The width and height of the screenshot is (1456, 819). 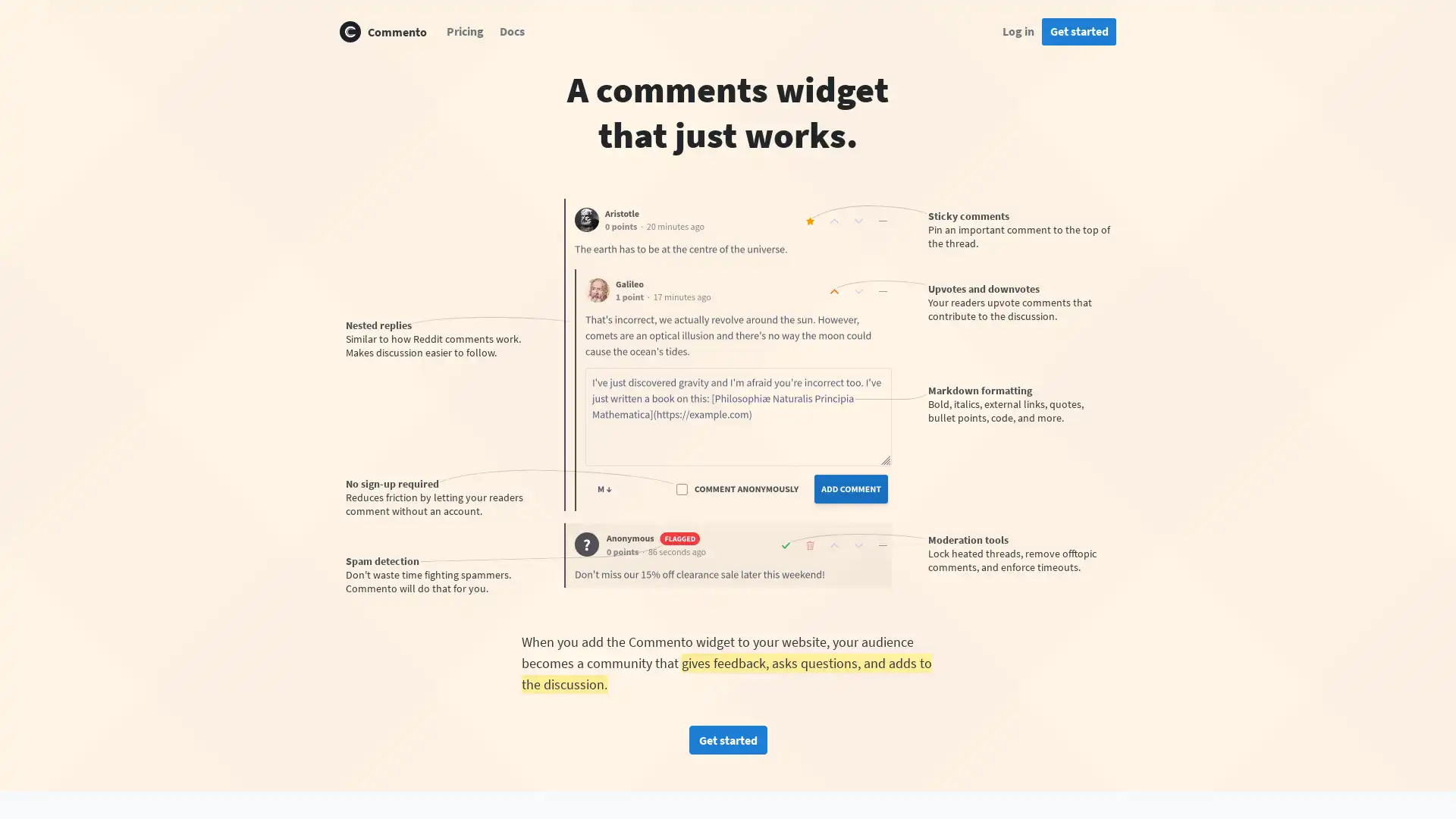 I want to click on Get started, so click(x=726, y=739).